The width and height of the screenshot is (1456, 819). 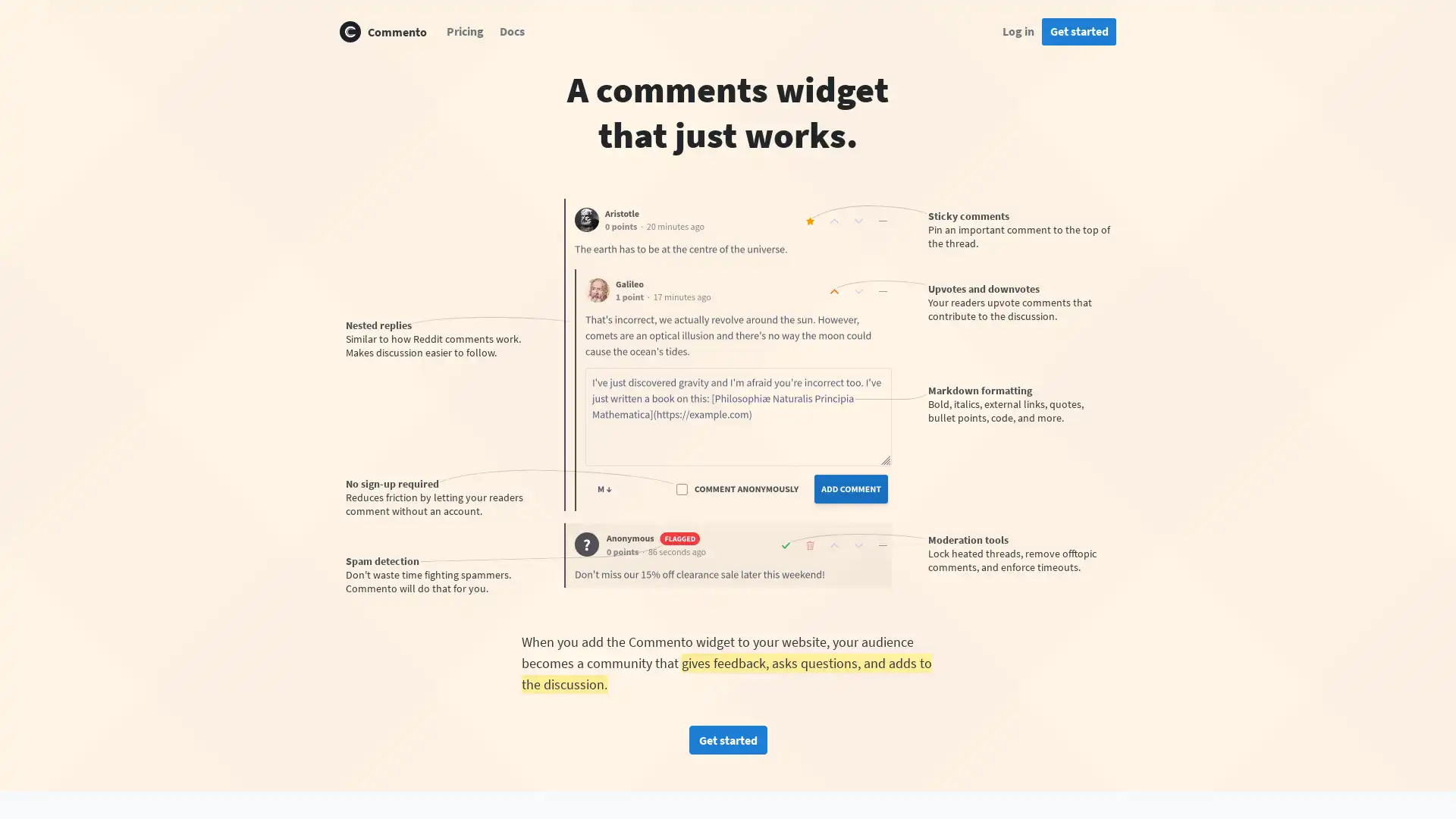 I want to click on Get started, so click(x=726, y=739).